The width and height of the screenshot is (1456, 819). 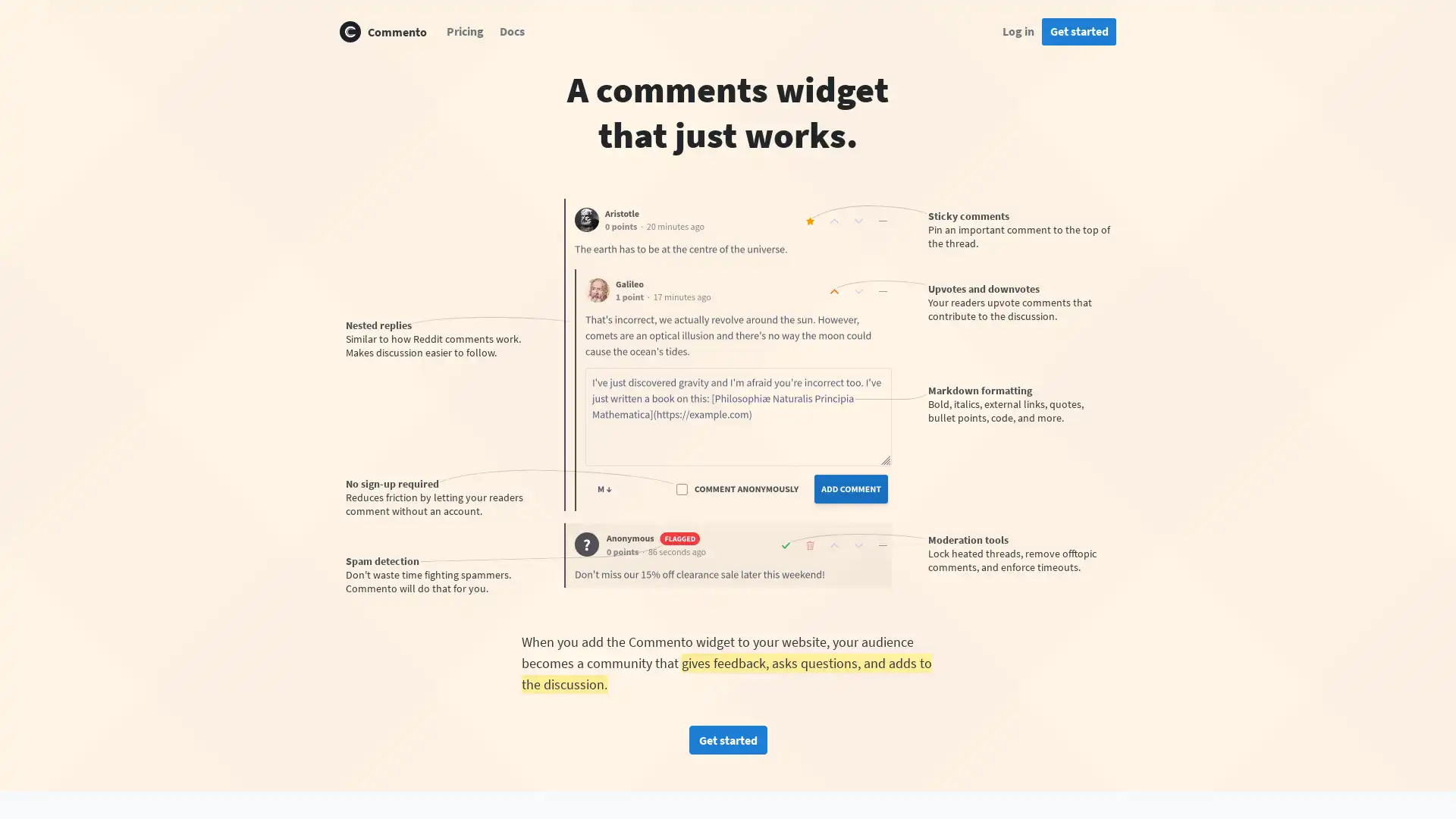 I want to click on Get started, so click(x=726, y=739).